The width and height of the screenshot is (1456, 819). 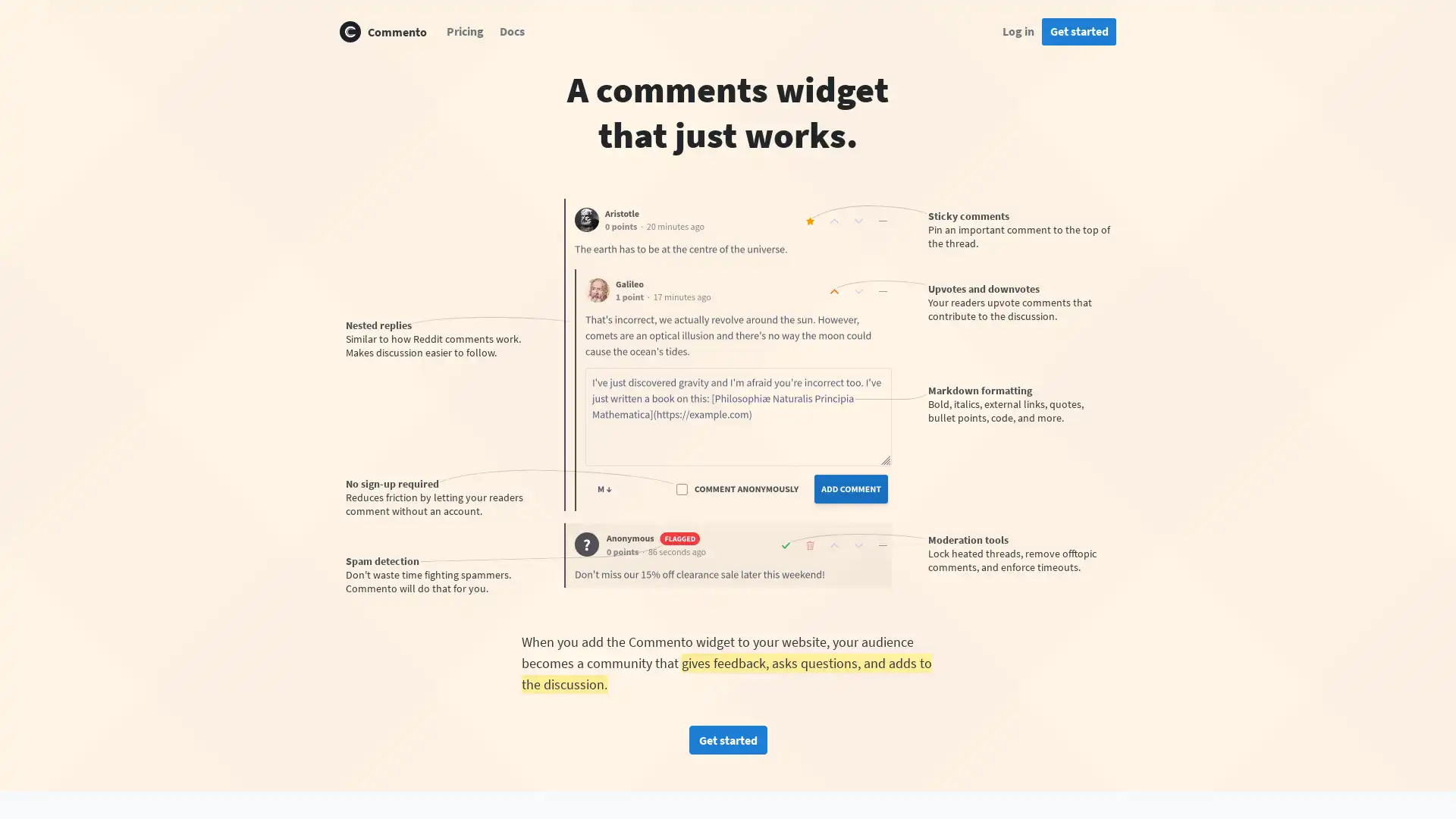 I want to click on Get started, so click(x=726, y=739).